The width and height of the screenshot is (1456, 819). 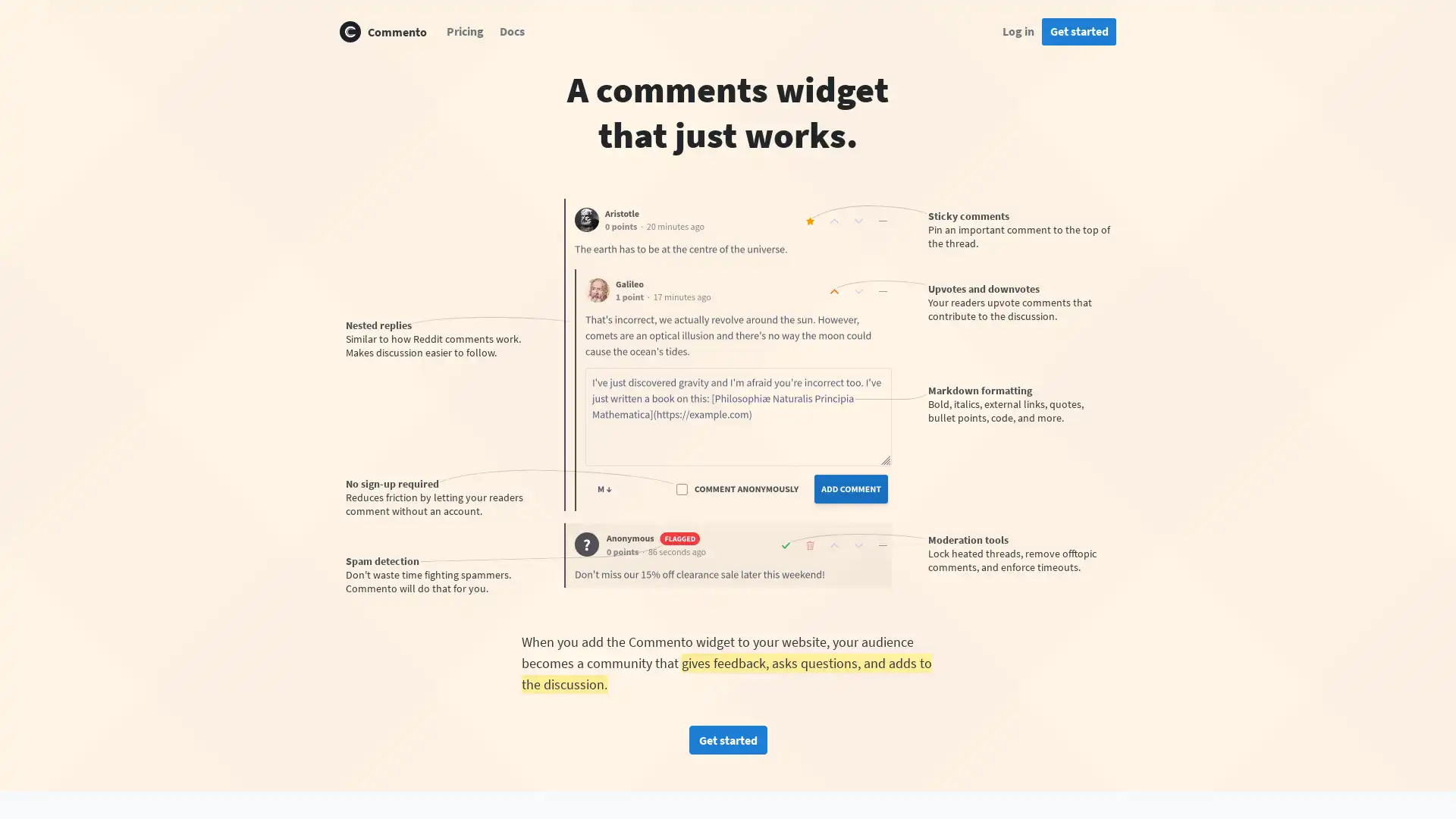 I want to click on Get started, so click(x=726, y=739).